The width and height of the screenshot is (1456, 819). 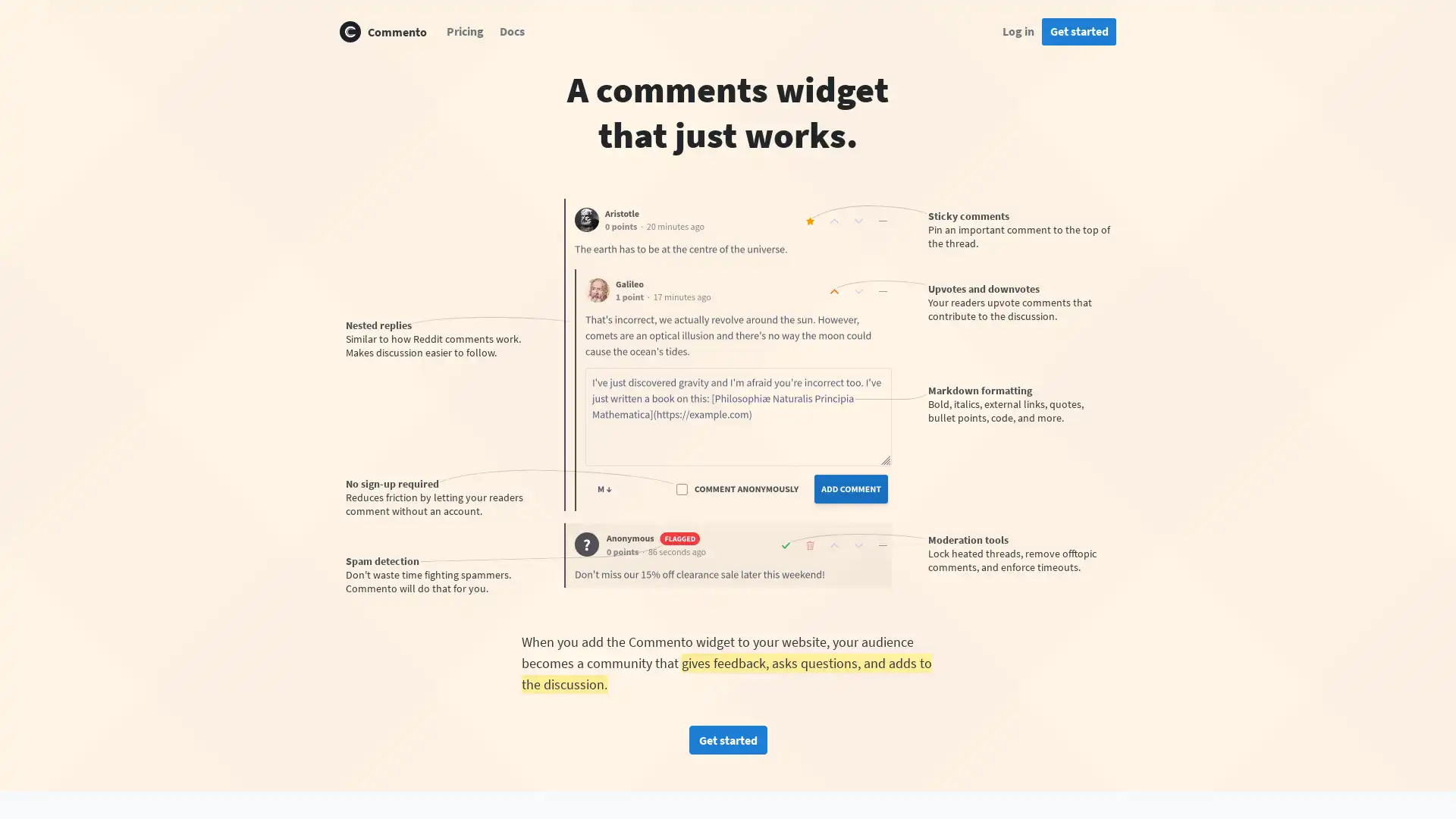 I want to click on Get started, so click(x=726, y=739).